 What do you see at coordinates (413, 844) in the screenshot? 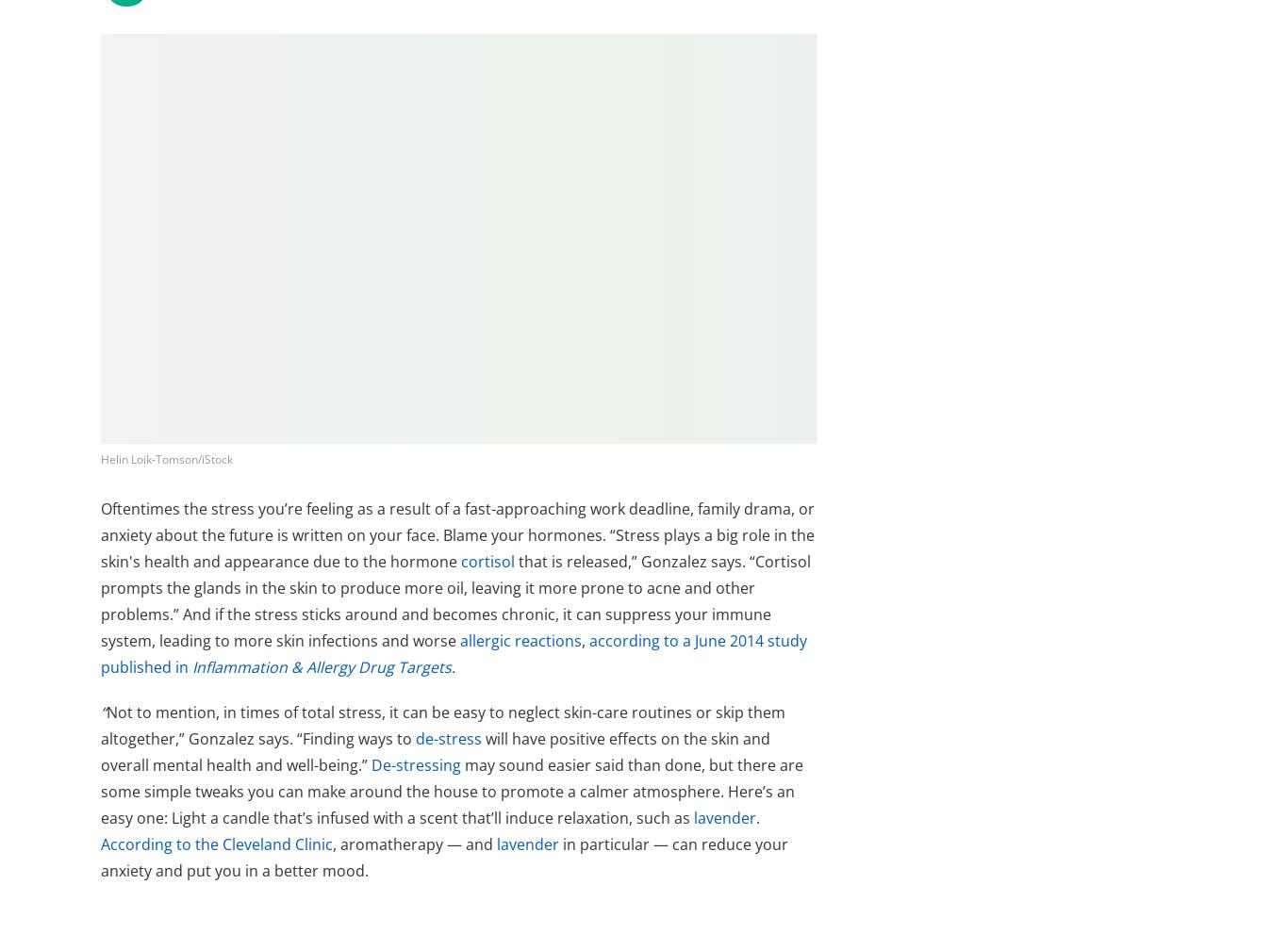
I see `', aromatherapy — and'` at bounding box center [413, 844].